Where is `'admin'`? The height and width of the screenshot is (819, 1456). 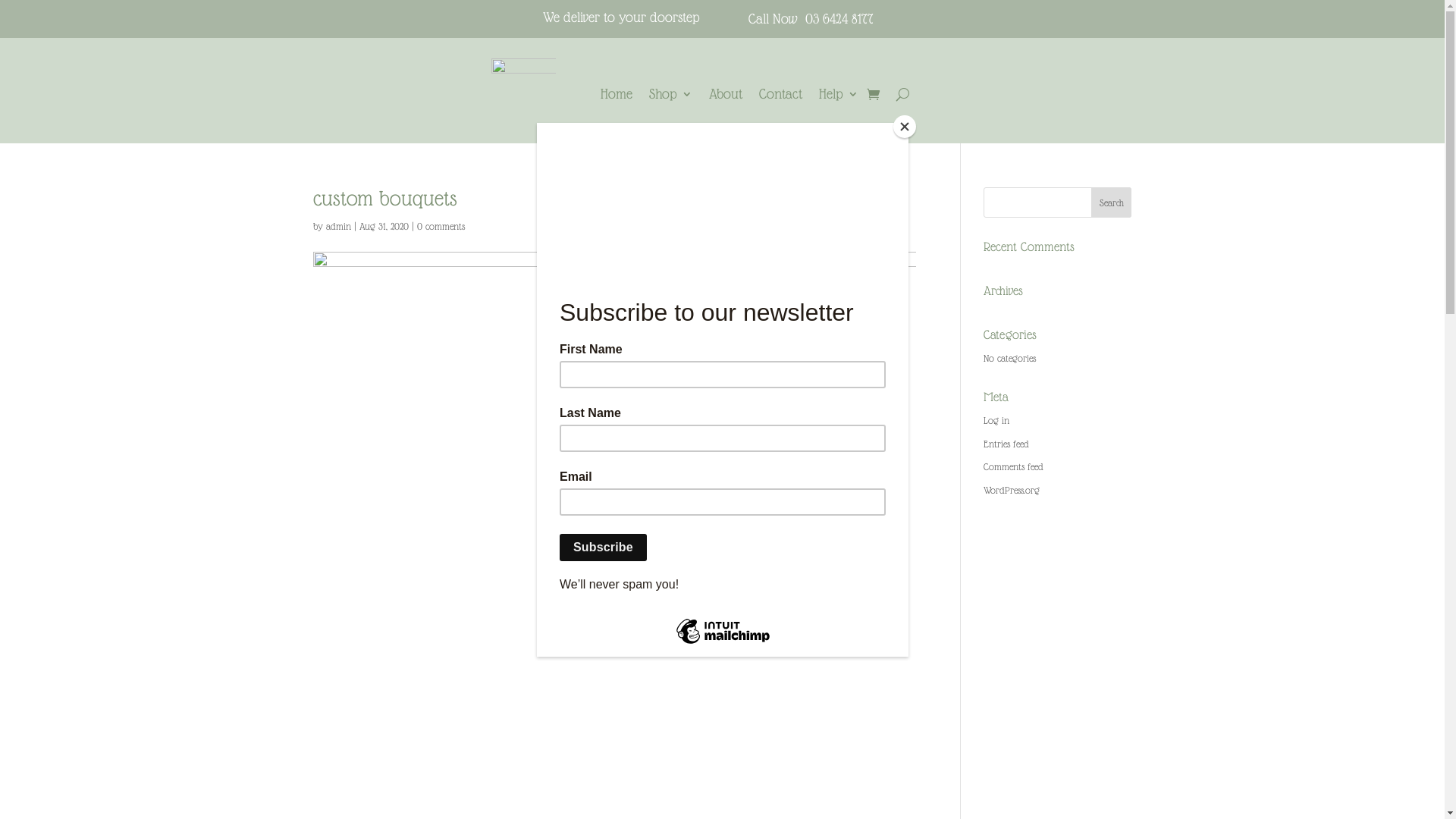
'admin' is located at coordinates (337, 226).